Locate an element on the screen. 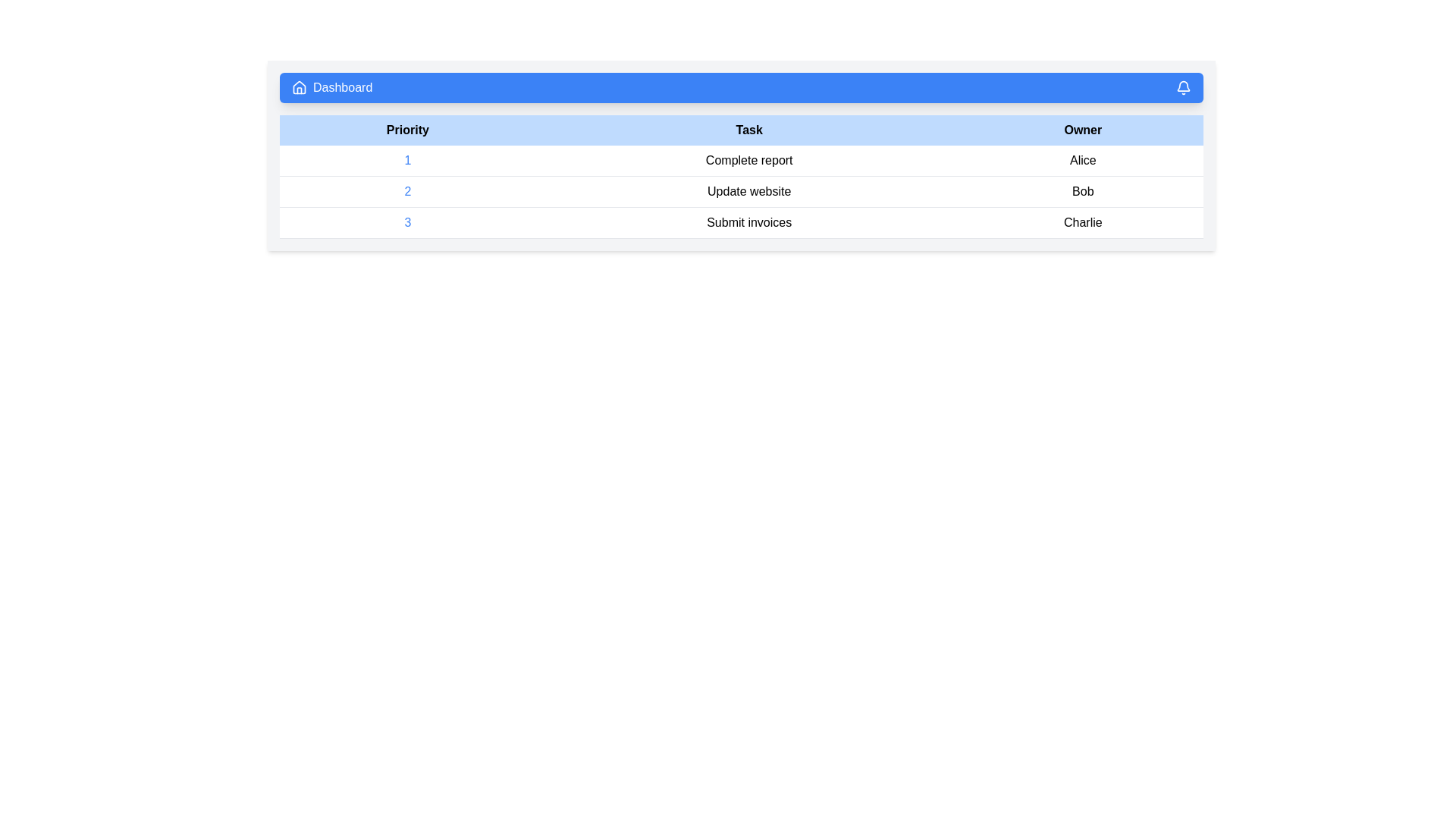 The image size is (1456, 819). the first task entry is located at coordinates (742, 161).